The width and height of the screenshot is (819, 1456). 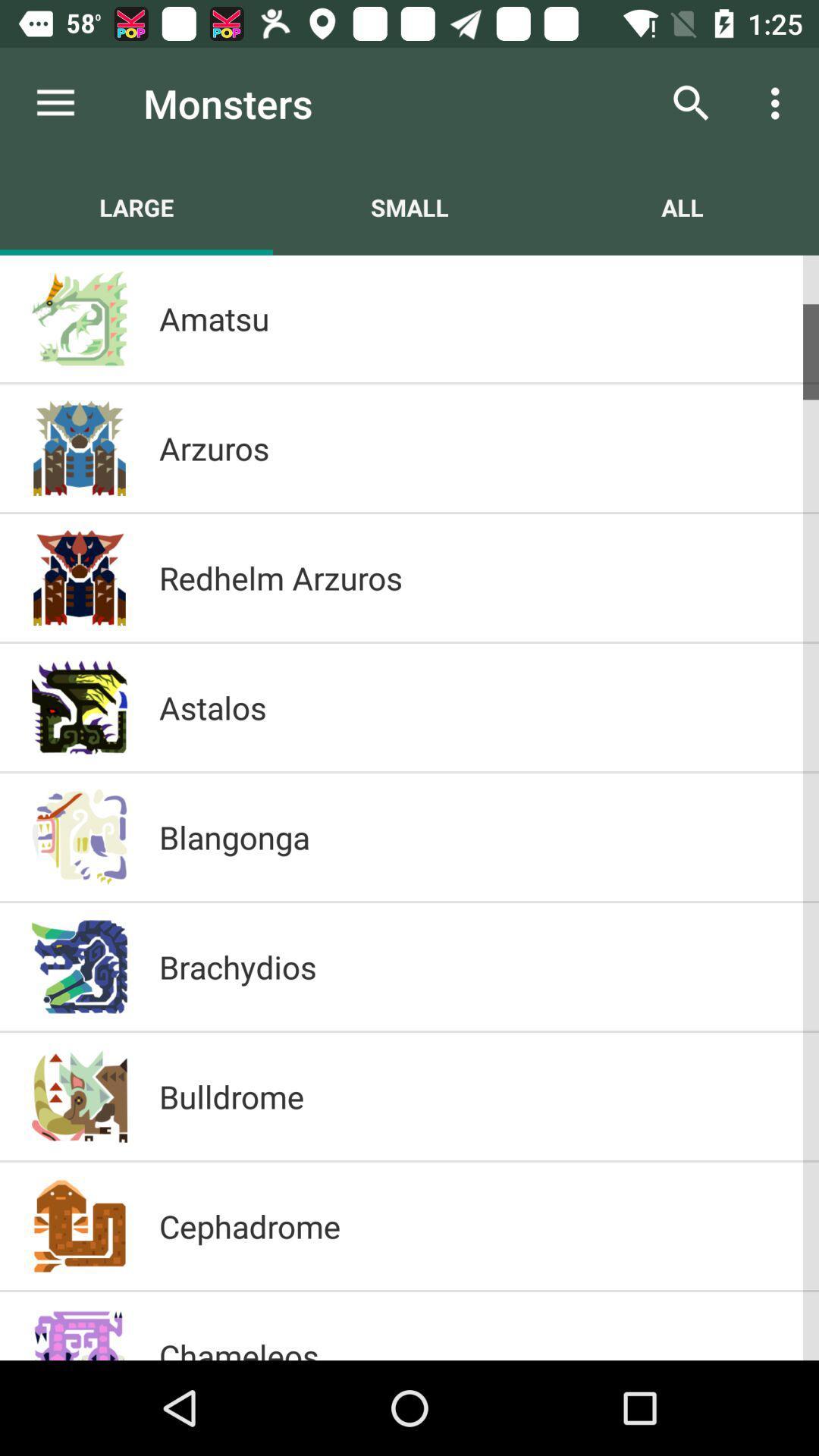 I want to click on icon above the bulldrome icon, so click(x=472, y=966).